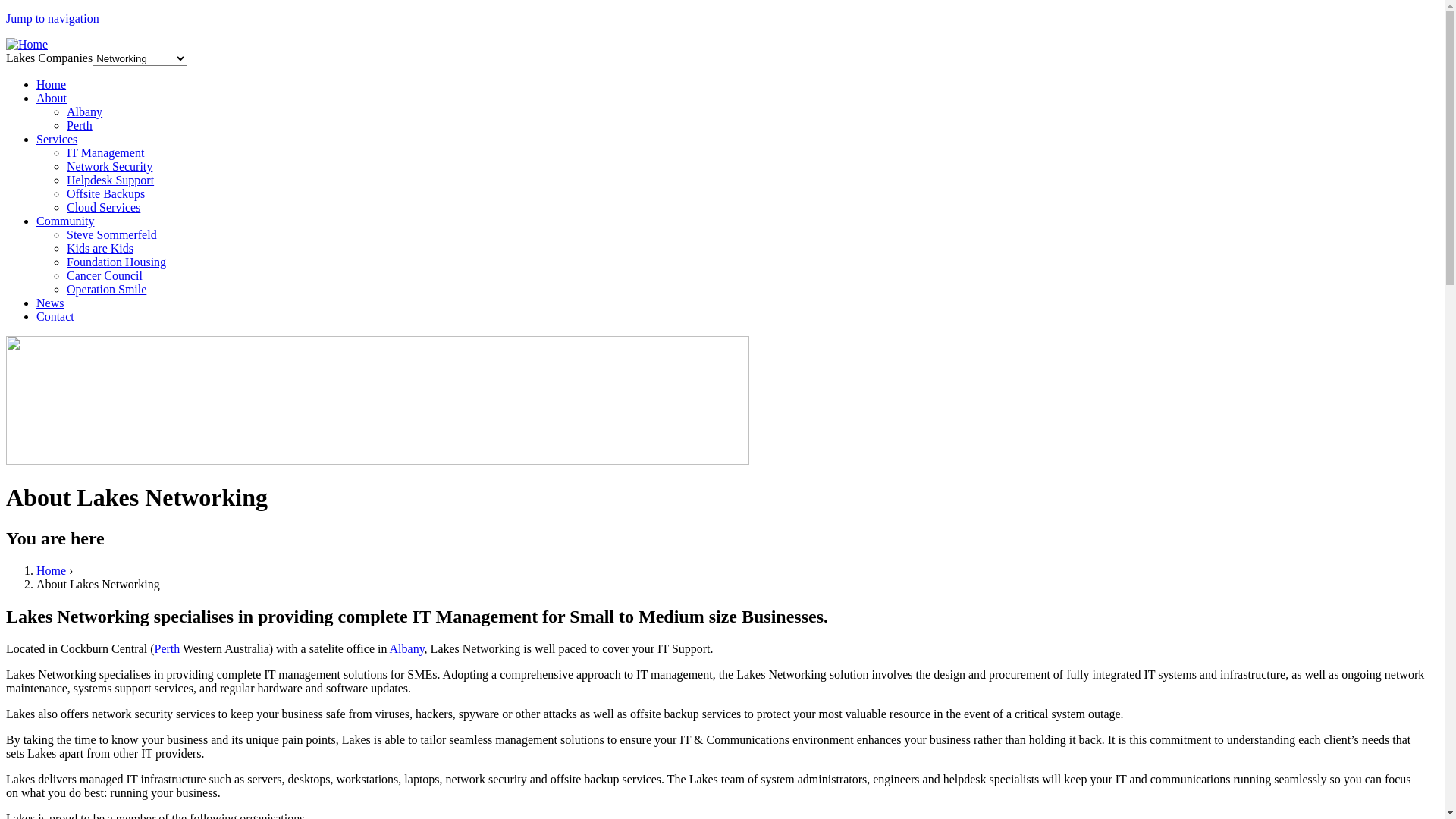 This screenshot has height=819, width=1456. What do you see at coordinates (51, 98) in the screenshot?
I see `'About'` at bounding box center [51, 98].